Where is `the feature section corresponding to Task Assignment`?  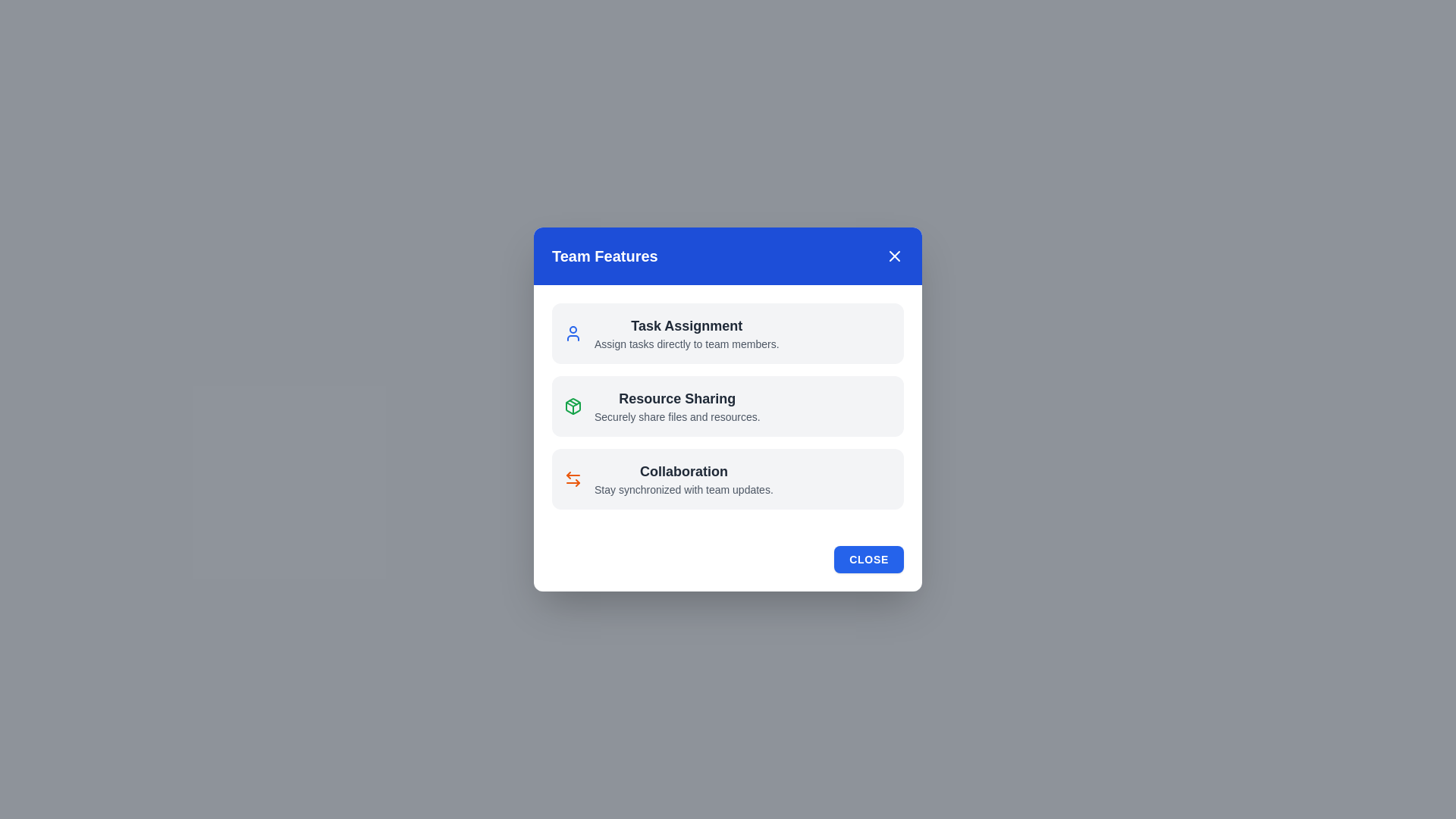 the feature section corresponding to Task Assignment is located at coordinates (728, 332).